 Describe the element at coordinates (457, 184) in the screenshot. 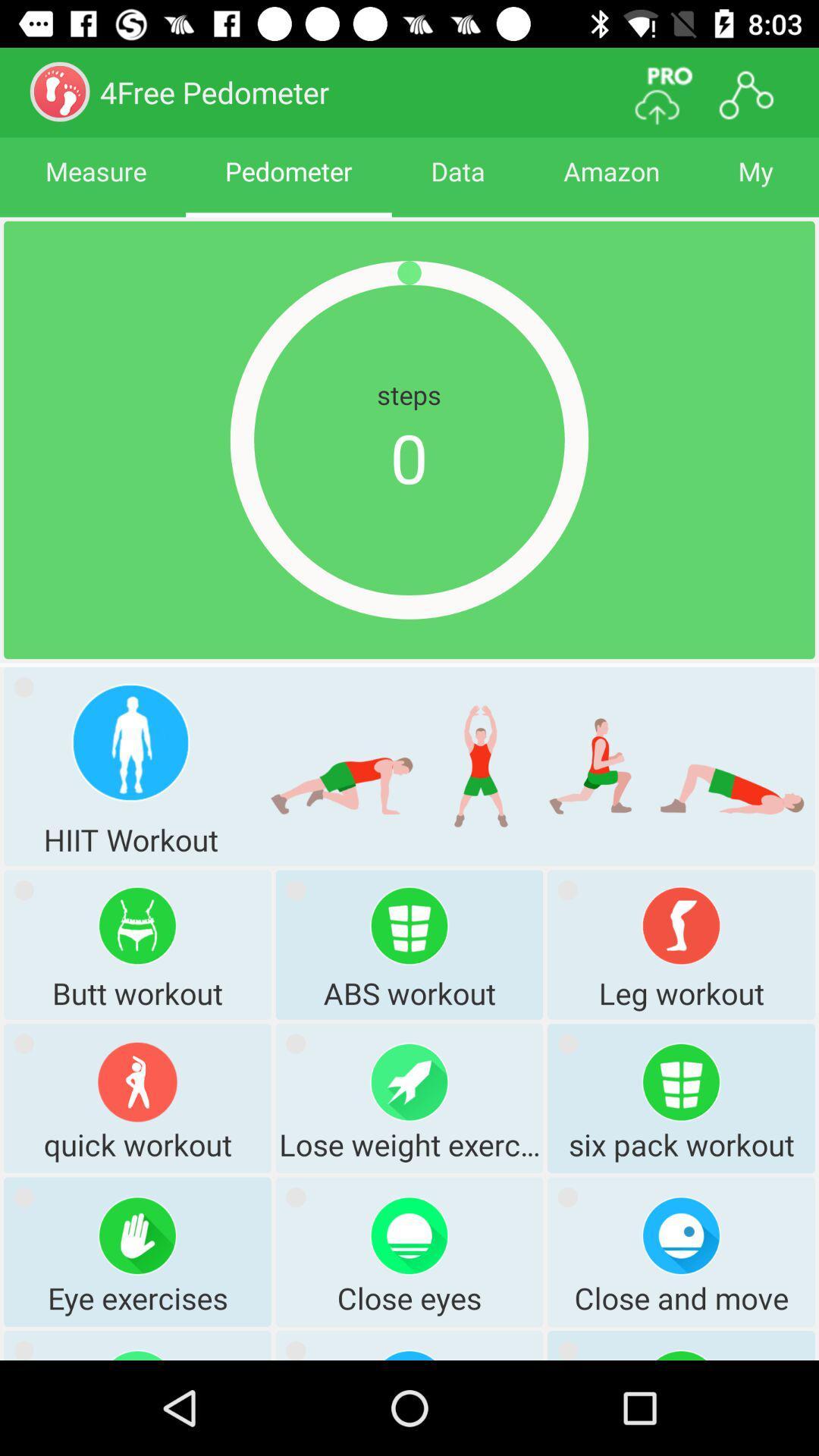

I see `the item next to the amazon` at that location.